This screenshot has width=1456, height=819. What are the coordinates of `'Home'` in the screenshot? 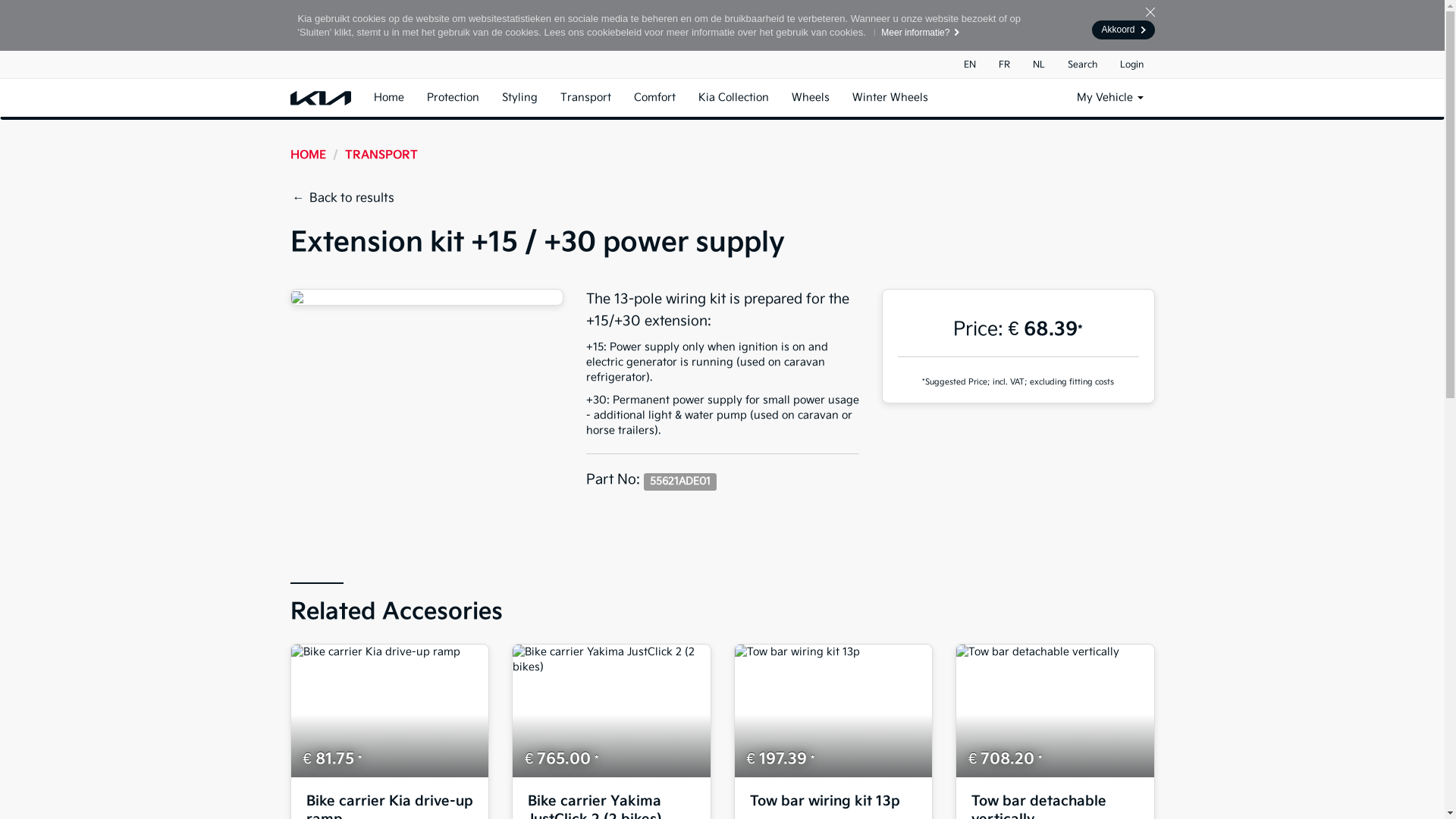 It's located at (389, 97).